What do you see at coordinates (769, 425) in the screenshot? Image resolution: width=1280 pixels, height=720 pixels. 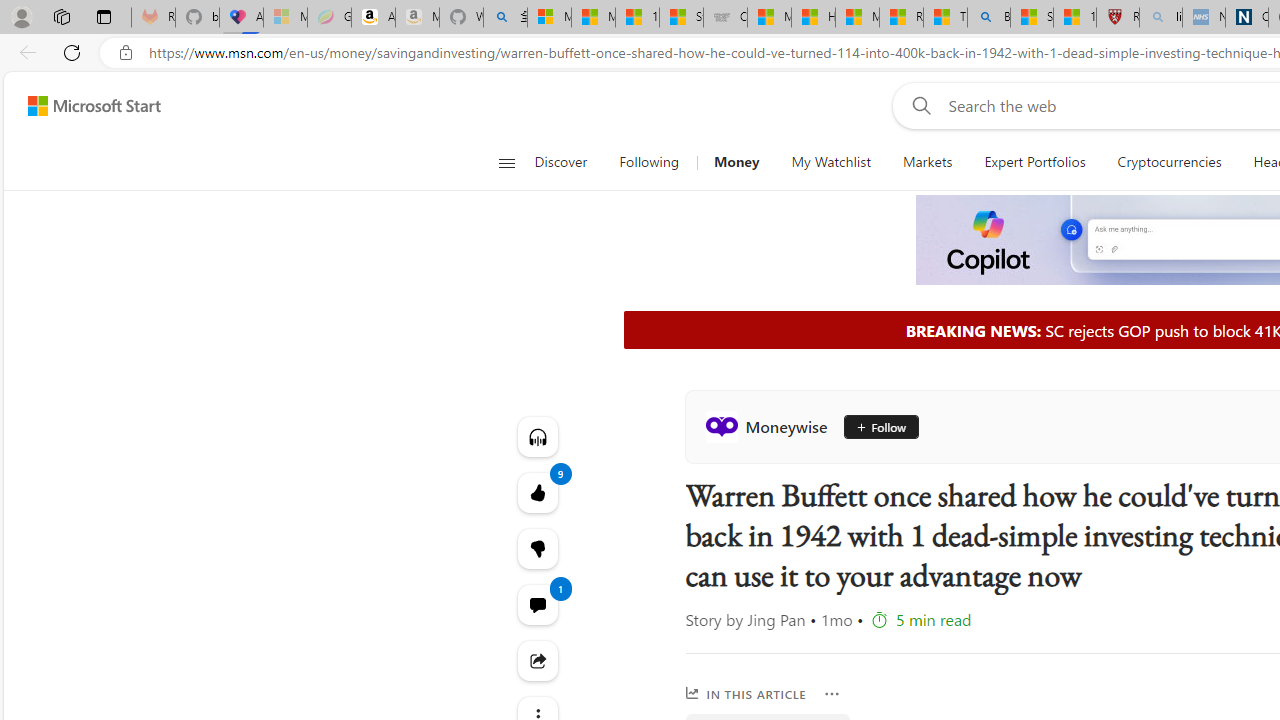 I see `'Moneywise'` at bounding box center [769, 425].